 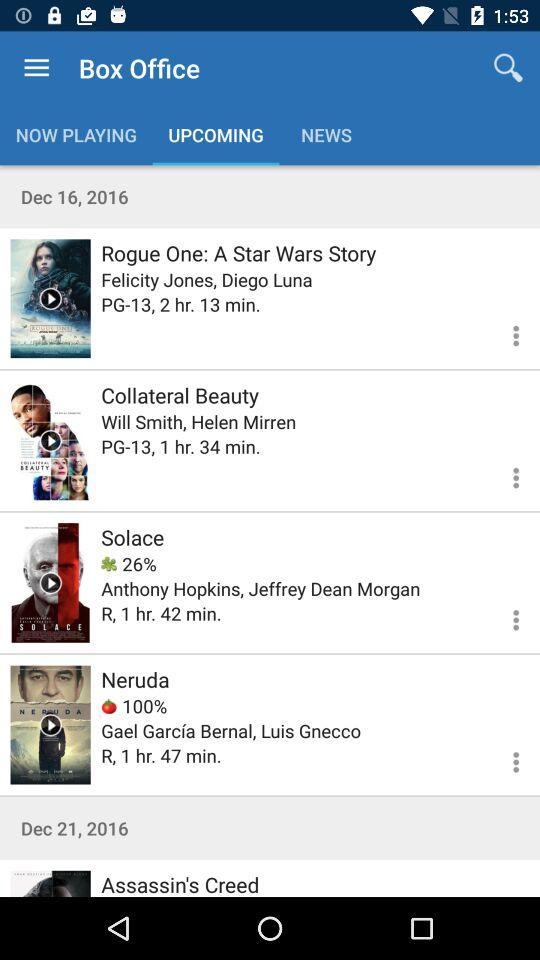 I want to click on just play, so click(x=50, y=440).